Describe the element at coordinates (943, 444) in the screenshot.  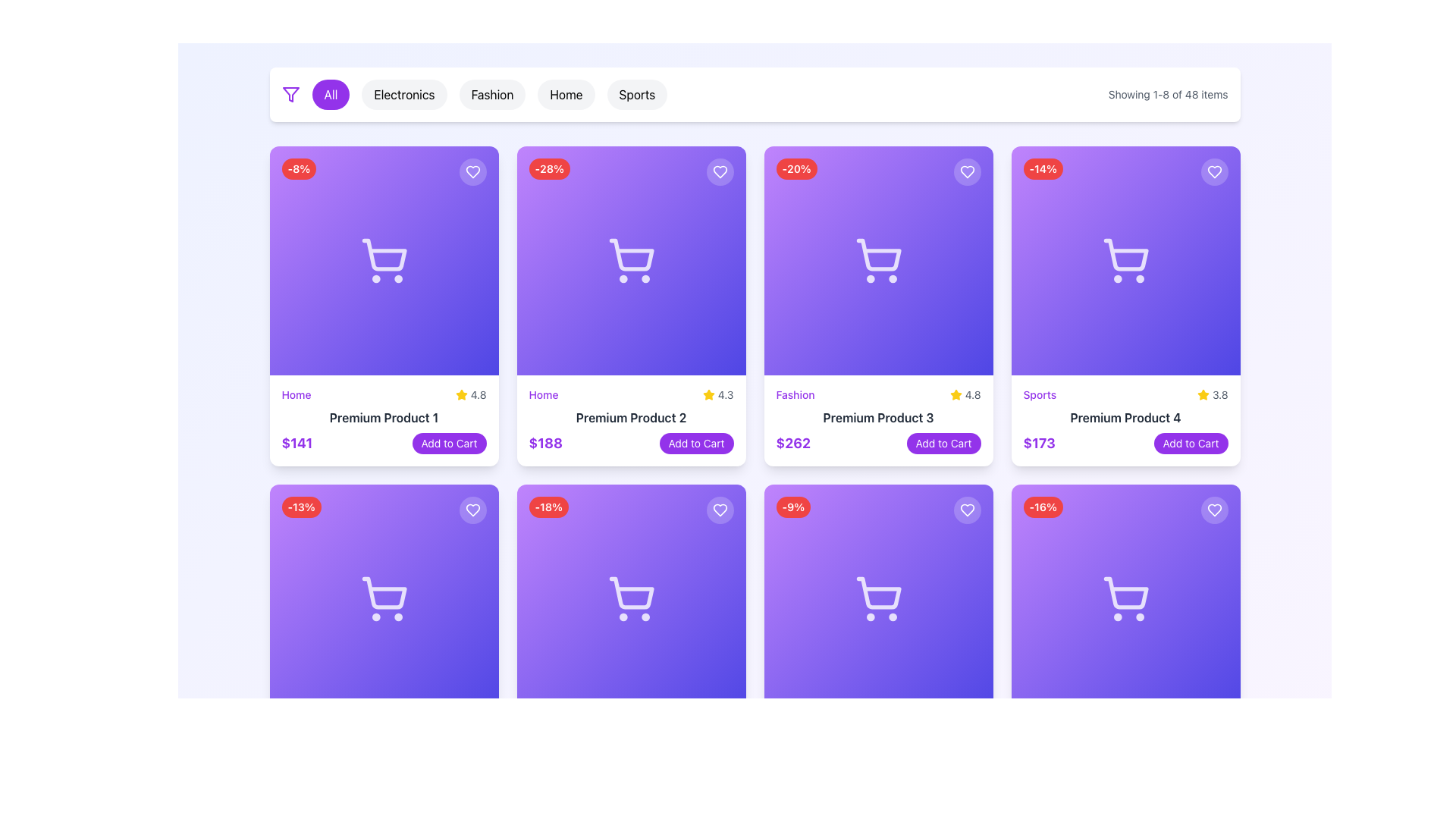
I see `the 'Add to Cart' button, which has a purple background and white text, located in the third card of the top row below the price '$262'` at that location.